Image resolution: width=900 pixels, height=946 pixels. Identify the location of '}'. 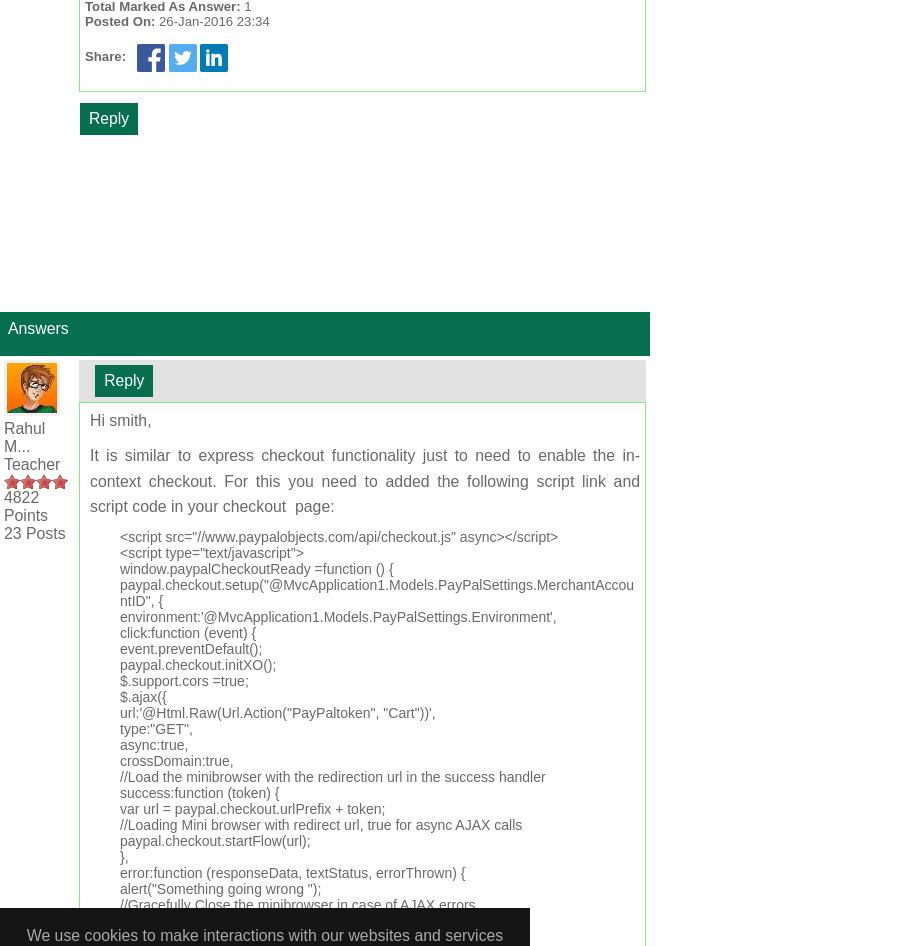
(122, 936).